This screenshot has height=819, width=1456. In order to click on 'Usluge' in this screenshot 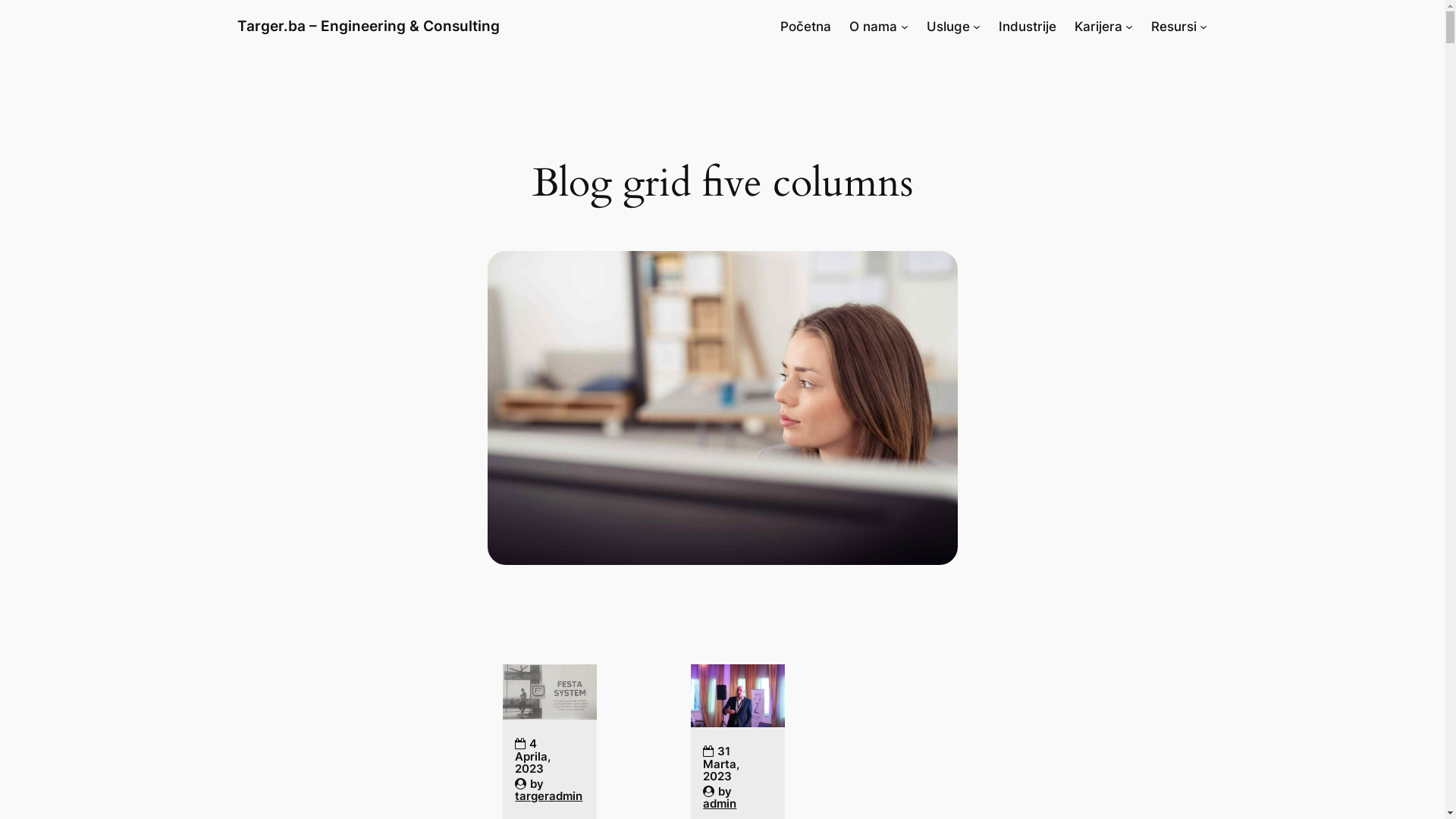, I will do `click(926, 26)`.